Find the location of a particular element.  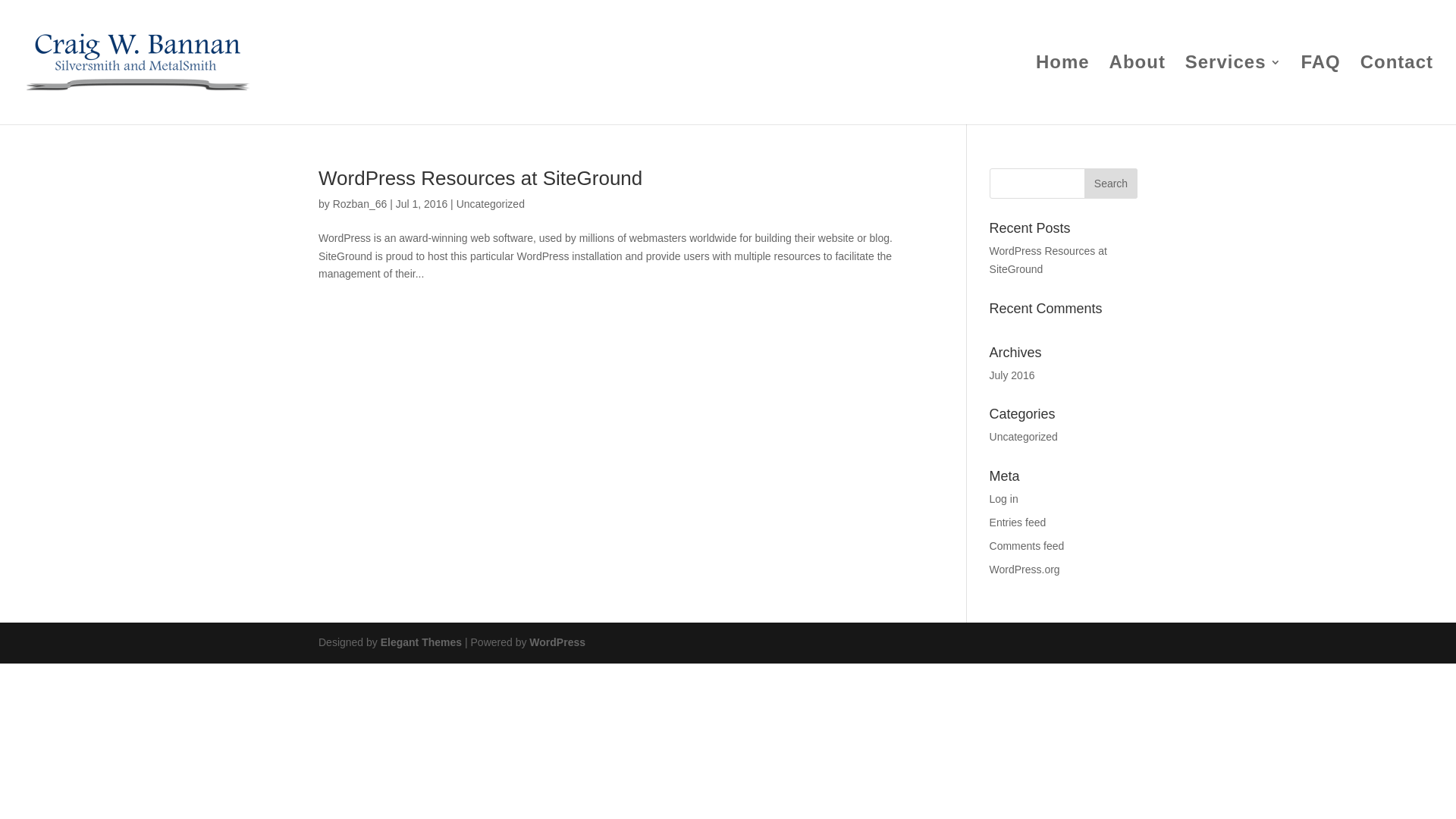

'Entries feed' is located at coordinates (1018, 522).